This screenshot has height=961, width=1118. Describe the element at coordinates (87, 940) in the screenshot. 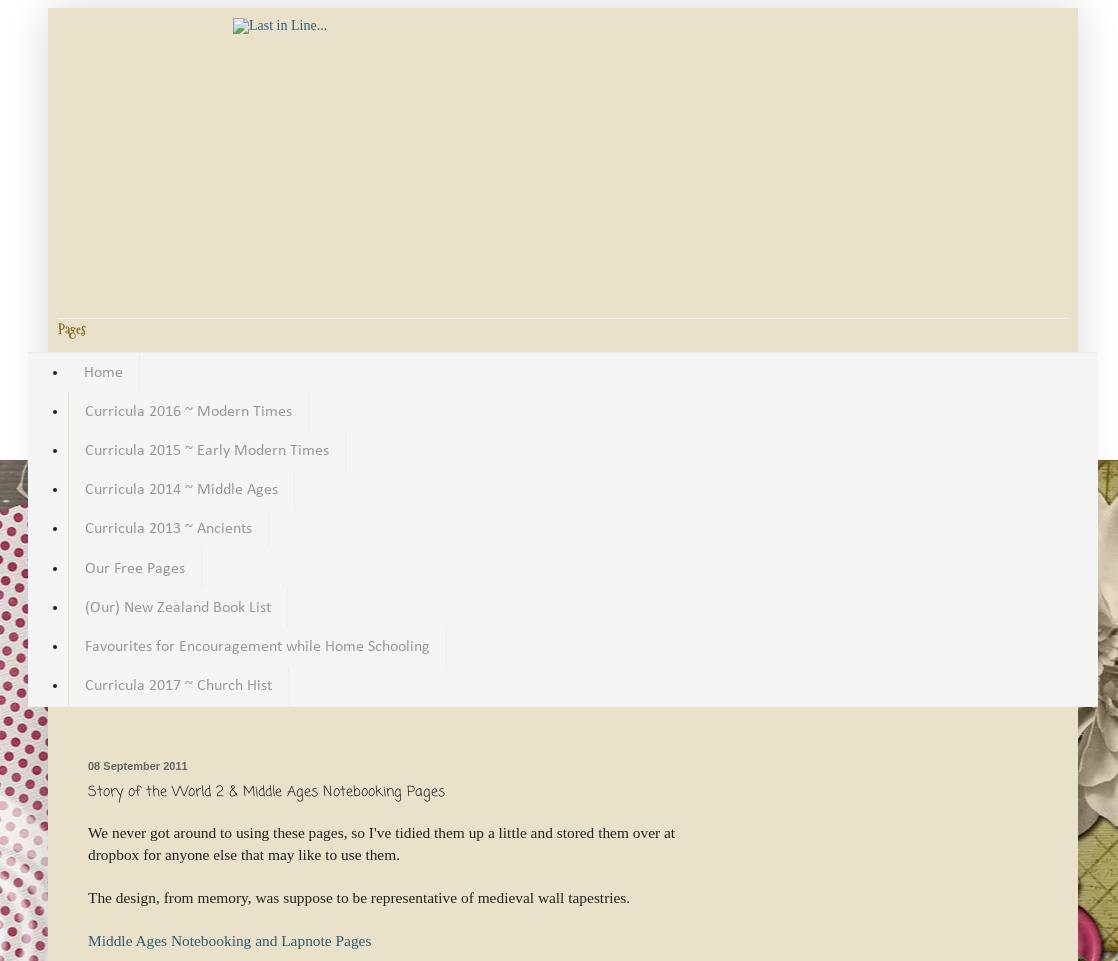

I see `'Middle Ages Notebooking and Lapnote Pages'` at that location.